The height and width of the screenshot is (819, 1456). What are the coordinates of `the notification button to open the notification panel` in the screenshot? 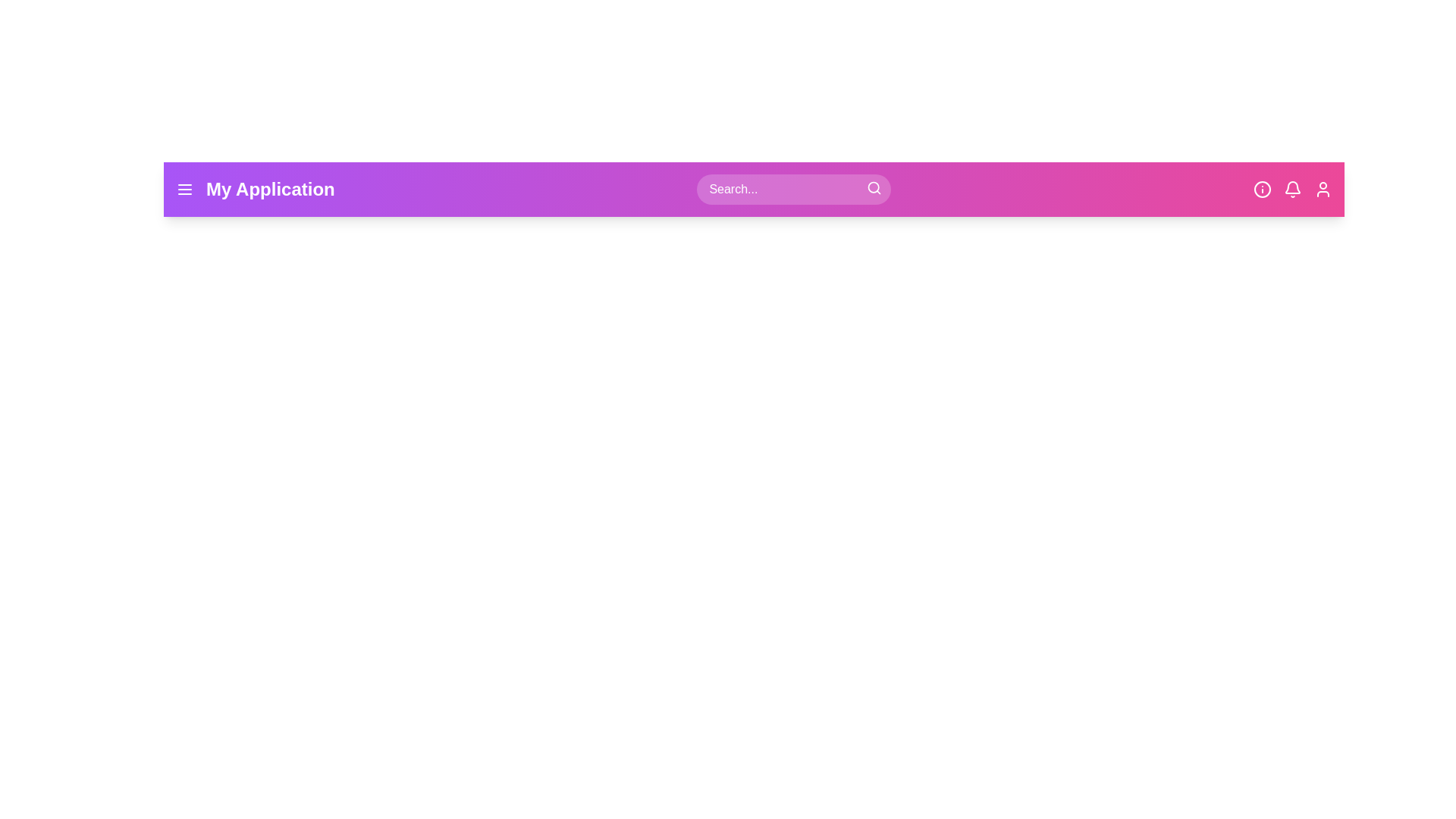 It's located at (1291, 189).